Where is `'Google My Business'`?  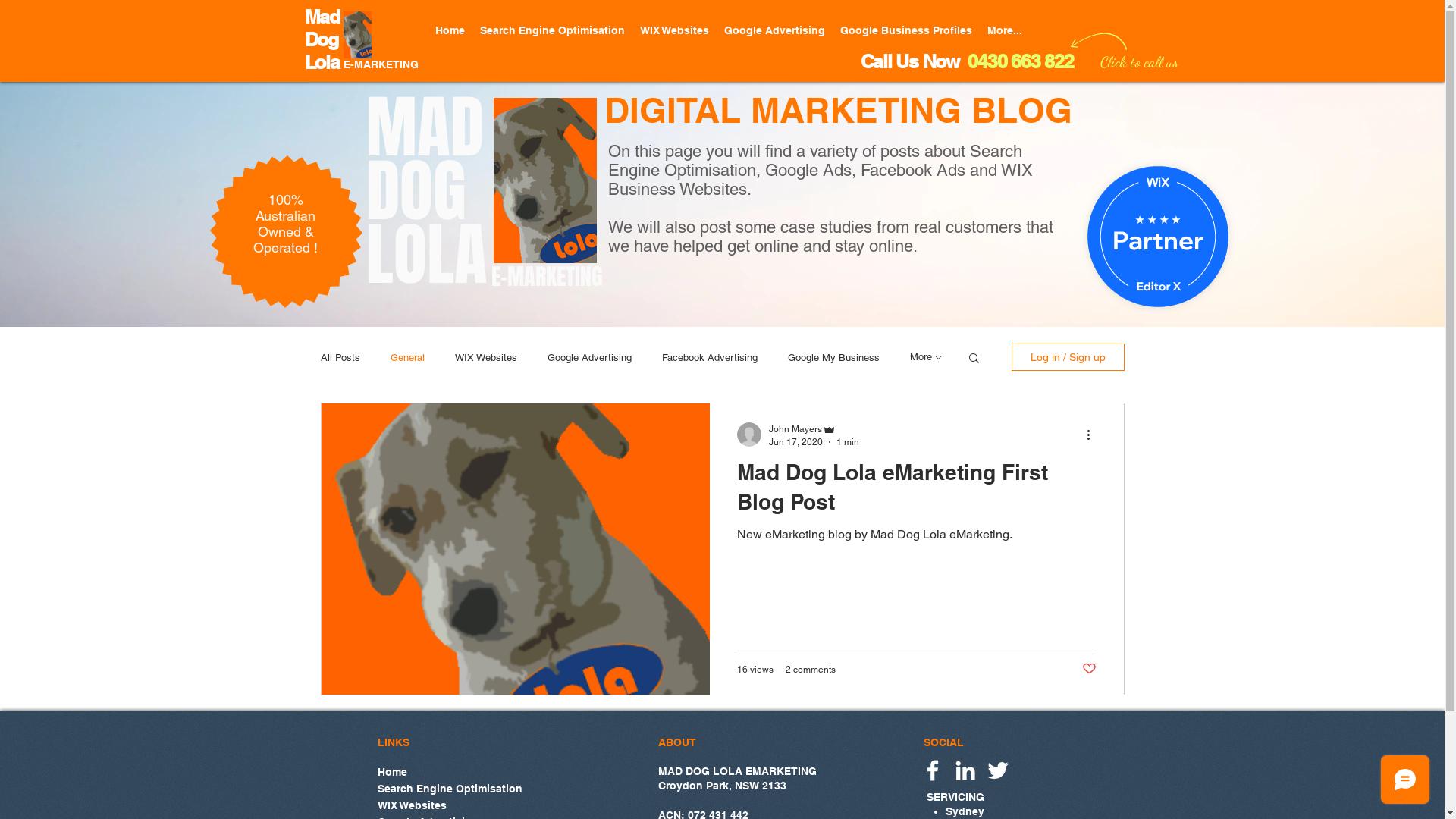
'Google My Business' is located at coordinates (832, 357).